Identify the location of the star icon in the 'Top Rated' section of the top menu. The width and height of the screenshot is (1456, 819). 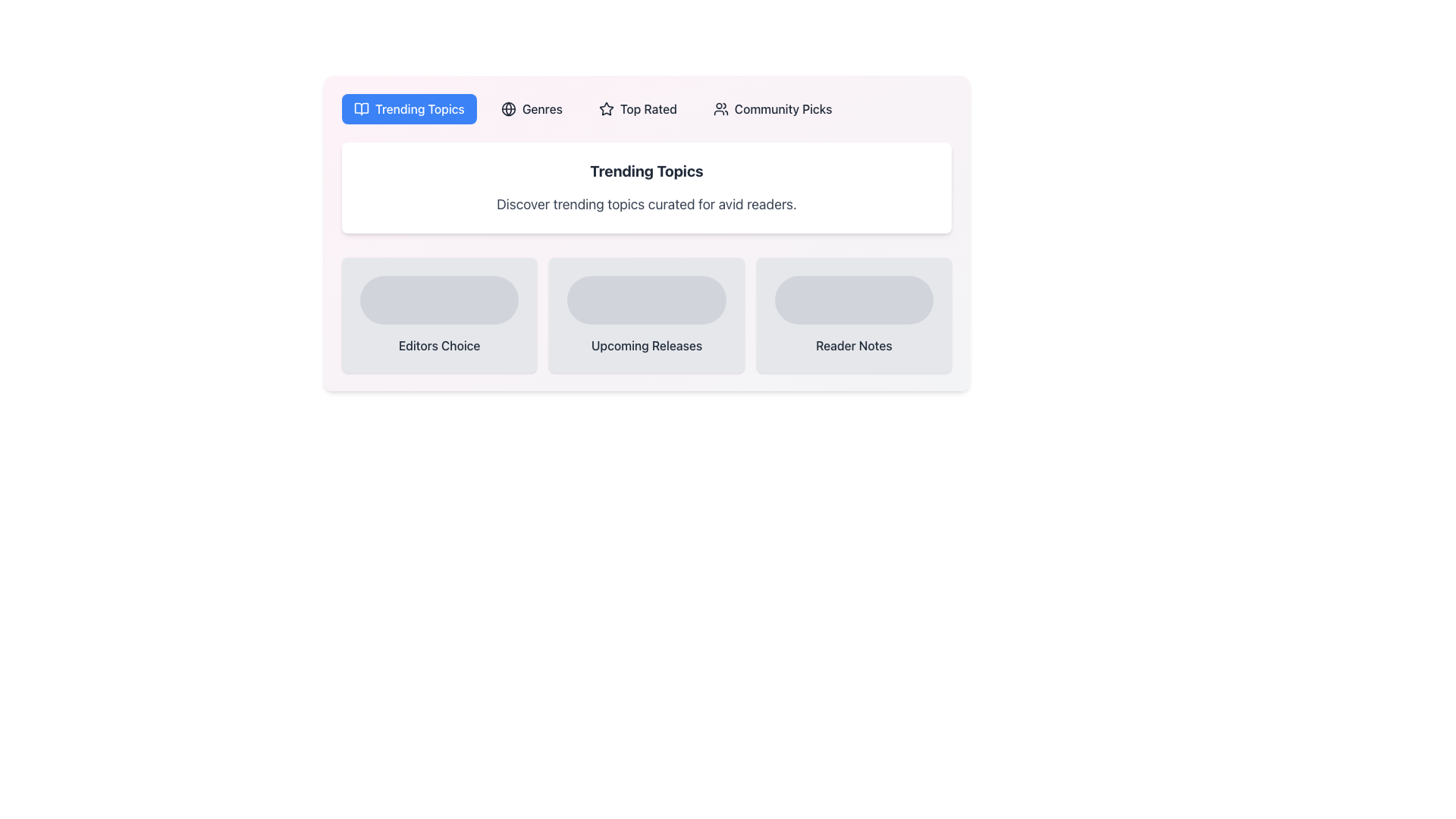
(605, 108).